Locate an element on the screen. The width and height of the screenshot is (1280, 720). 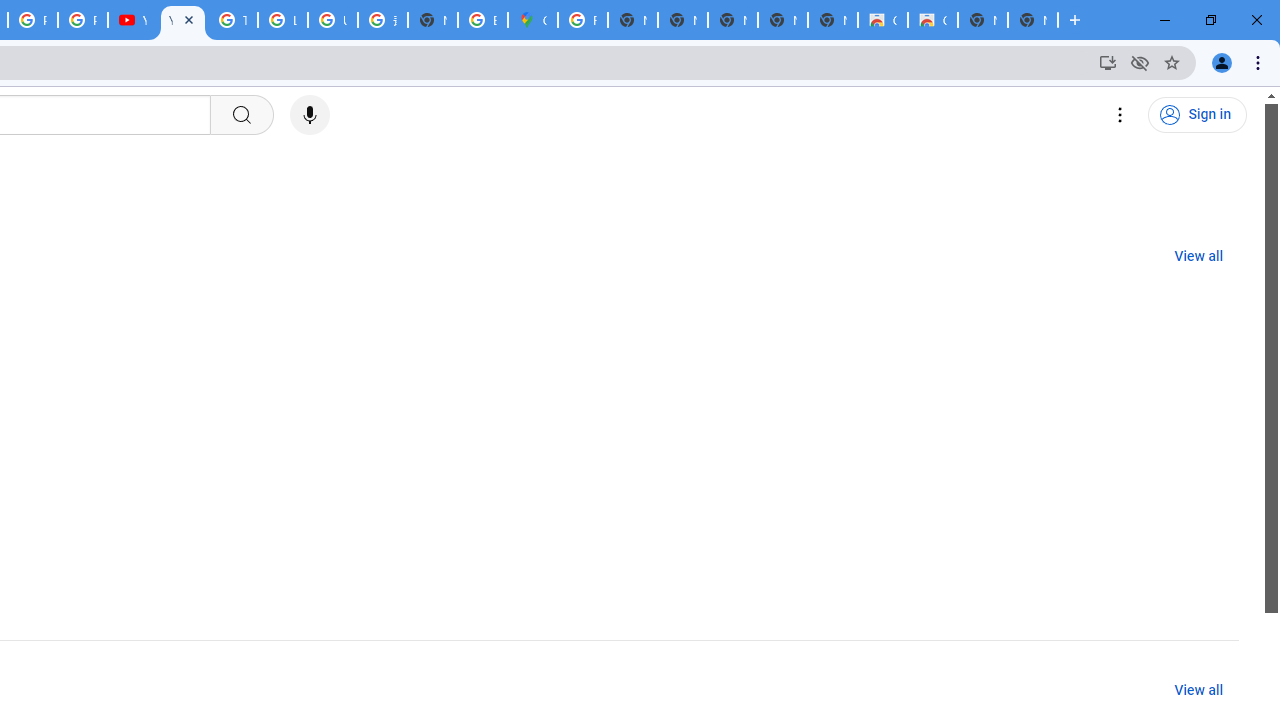
'YouTube' is located at coordinates (131, 20).